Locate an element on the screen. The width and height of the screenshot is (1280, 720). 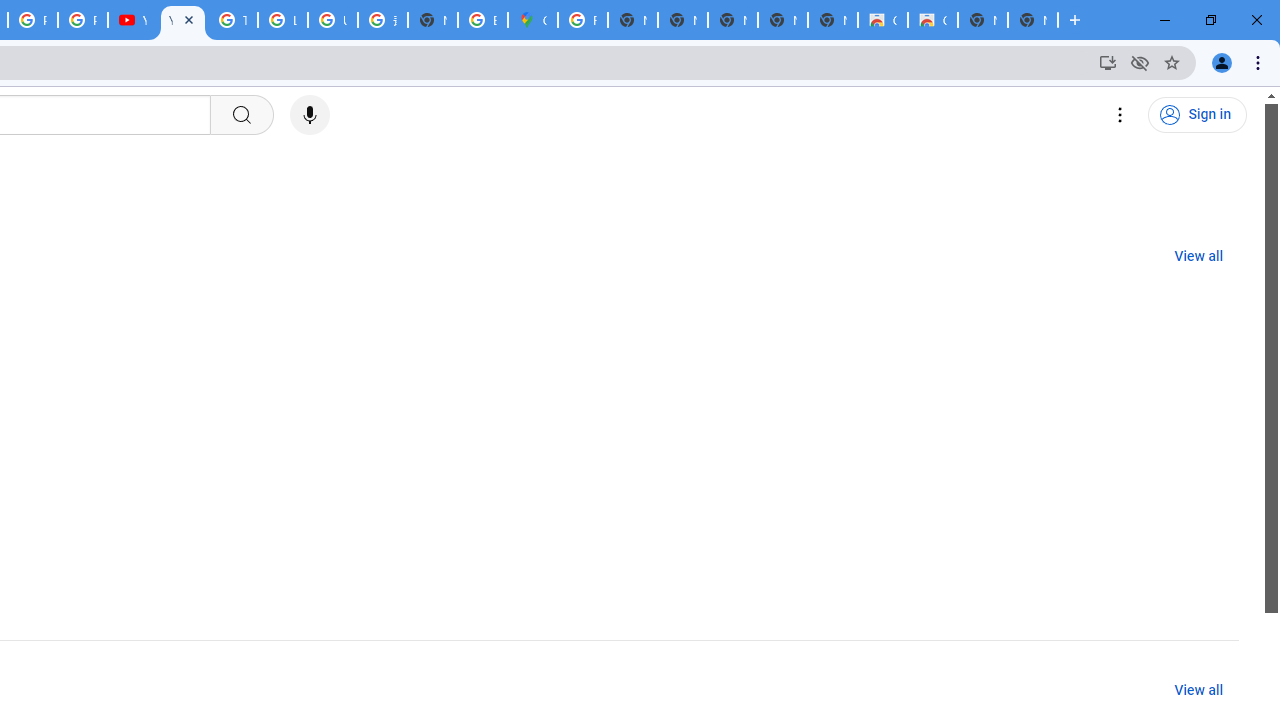
'YouTube' is located at coordinates (131, 20).